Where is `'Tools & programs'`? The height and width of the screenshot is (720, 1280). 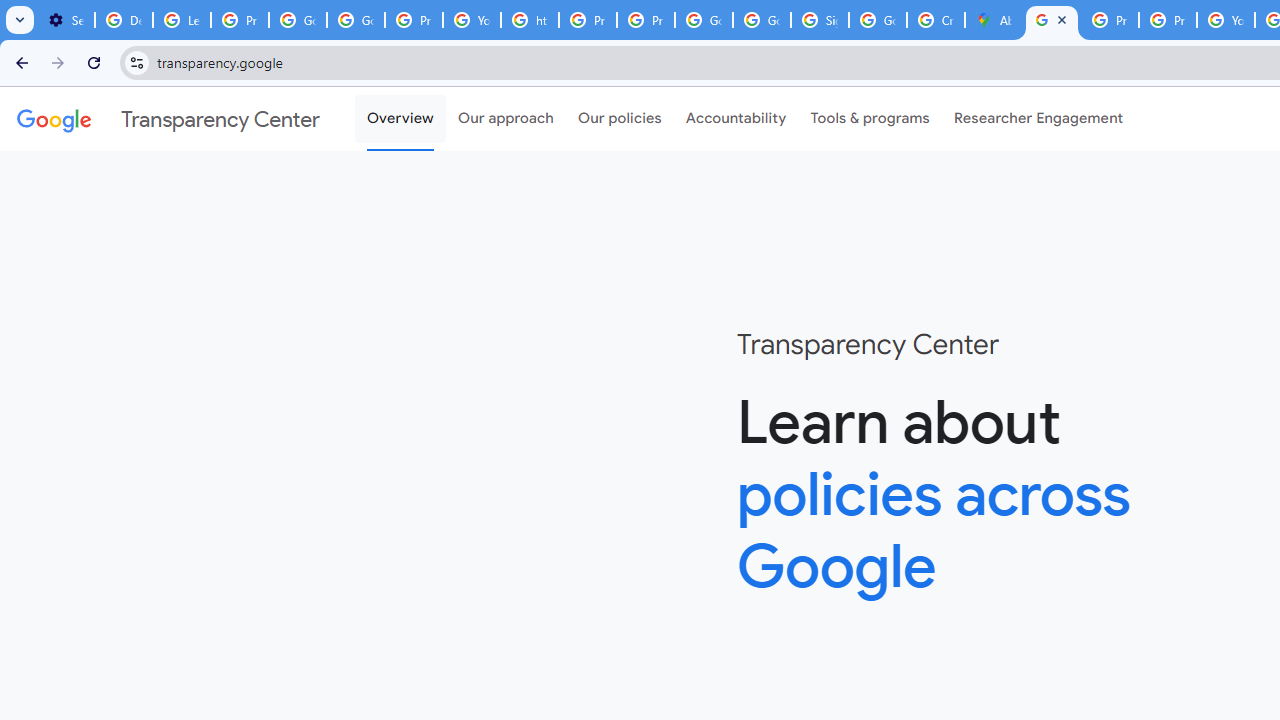
'Tools & programs' is located at coordinates (869, 119).